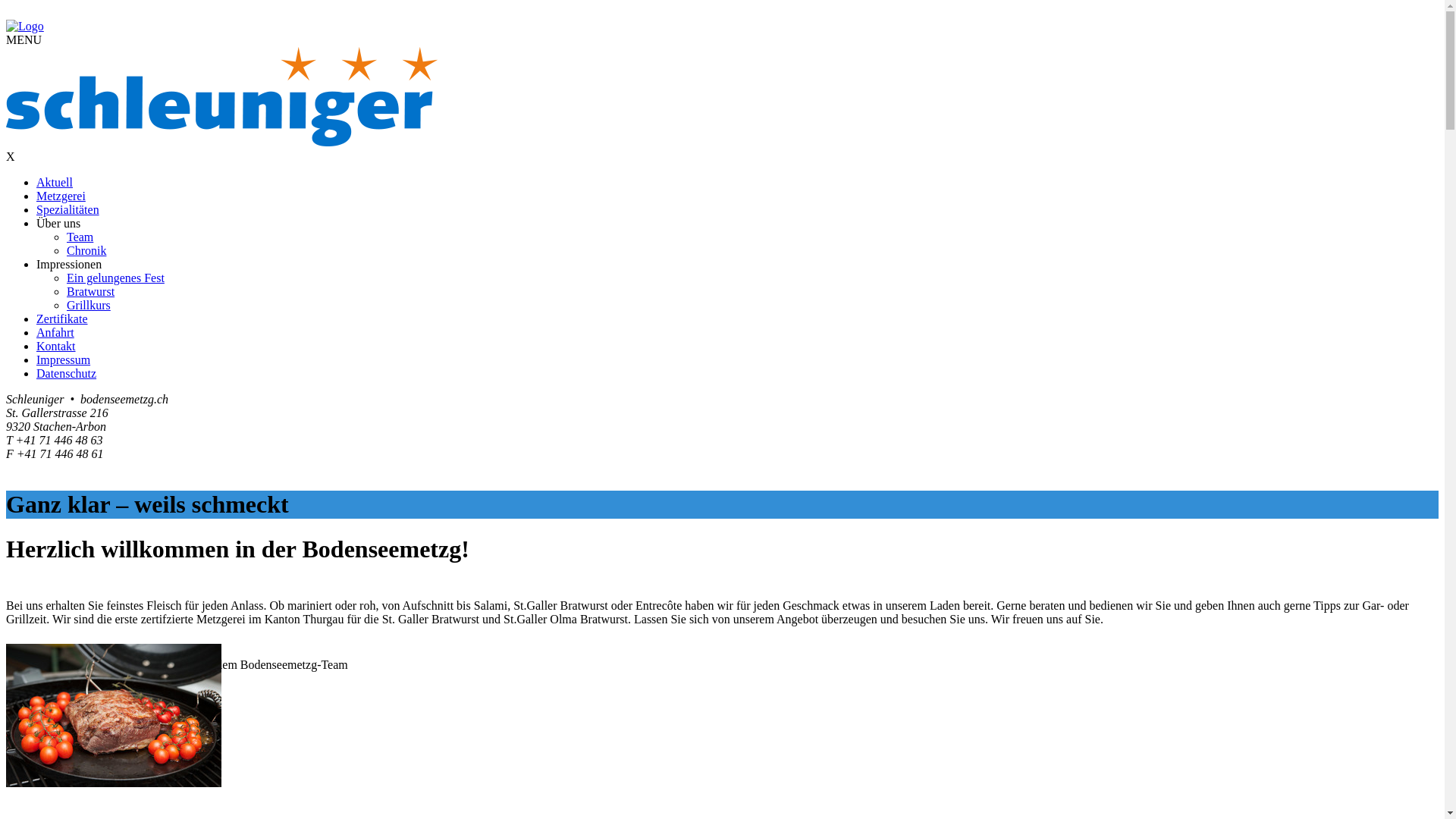  Describe the element at coordinates (55, 331) in the screenshot. I see `'Anfahrt'` at that location.